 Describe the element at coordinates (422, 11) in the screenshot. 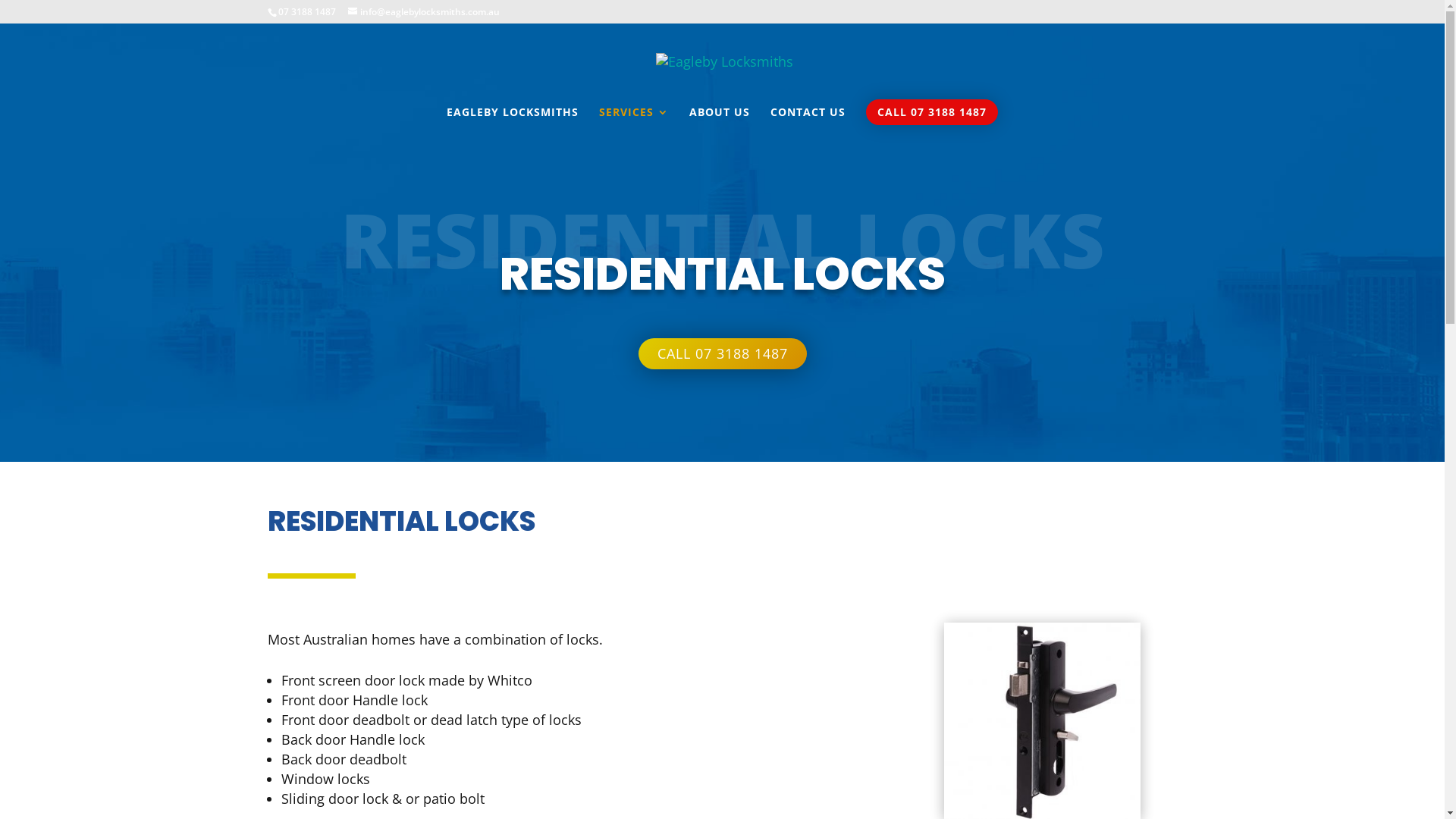

I see `'info@eaglebylocksmiths.com.au'` at that location.